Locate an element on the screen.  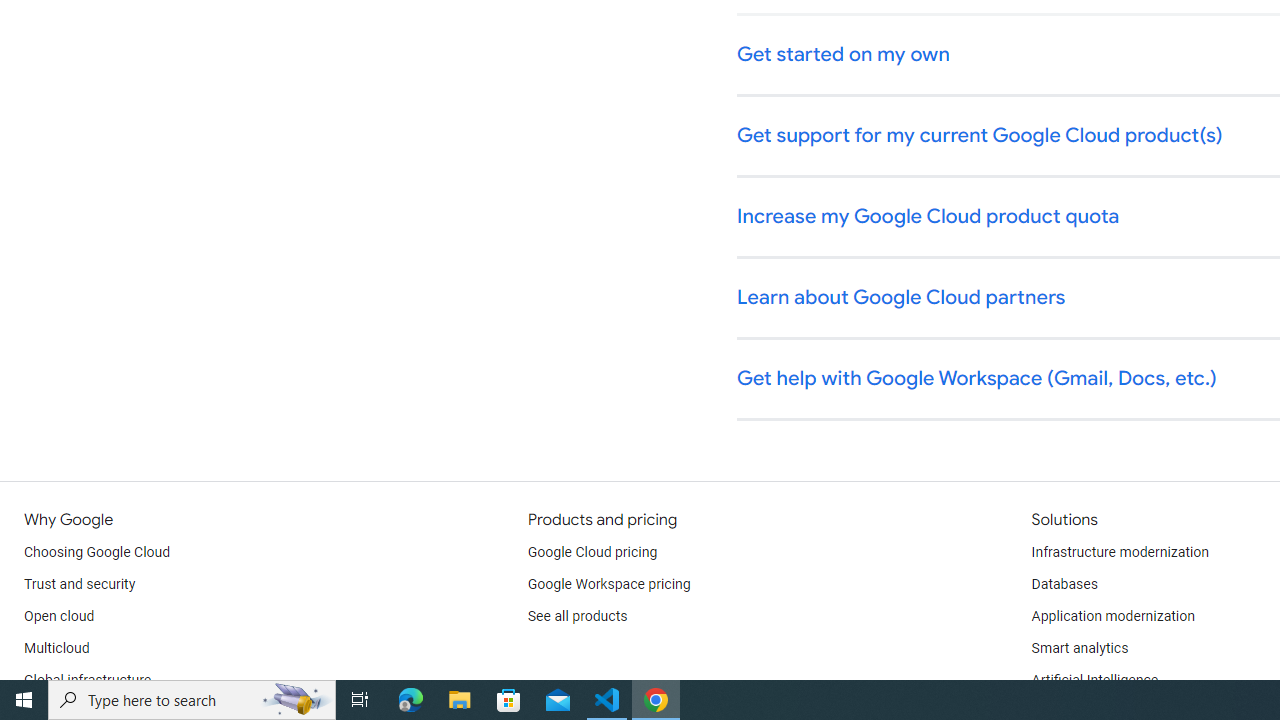
'Open cloud' is located at coordinates (59, 616).